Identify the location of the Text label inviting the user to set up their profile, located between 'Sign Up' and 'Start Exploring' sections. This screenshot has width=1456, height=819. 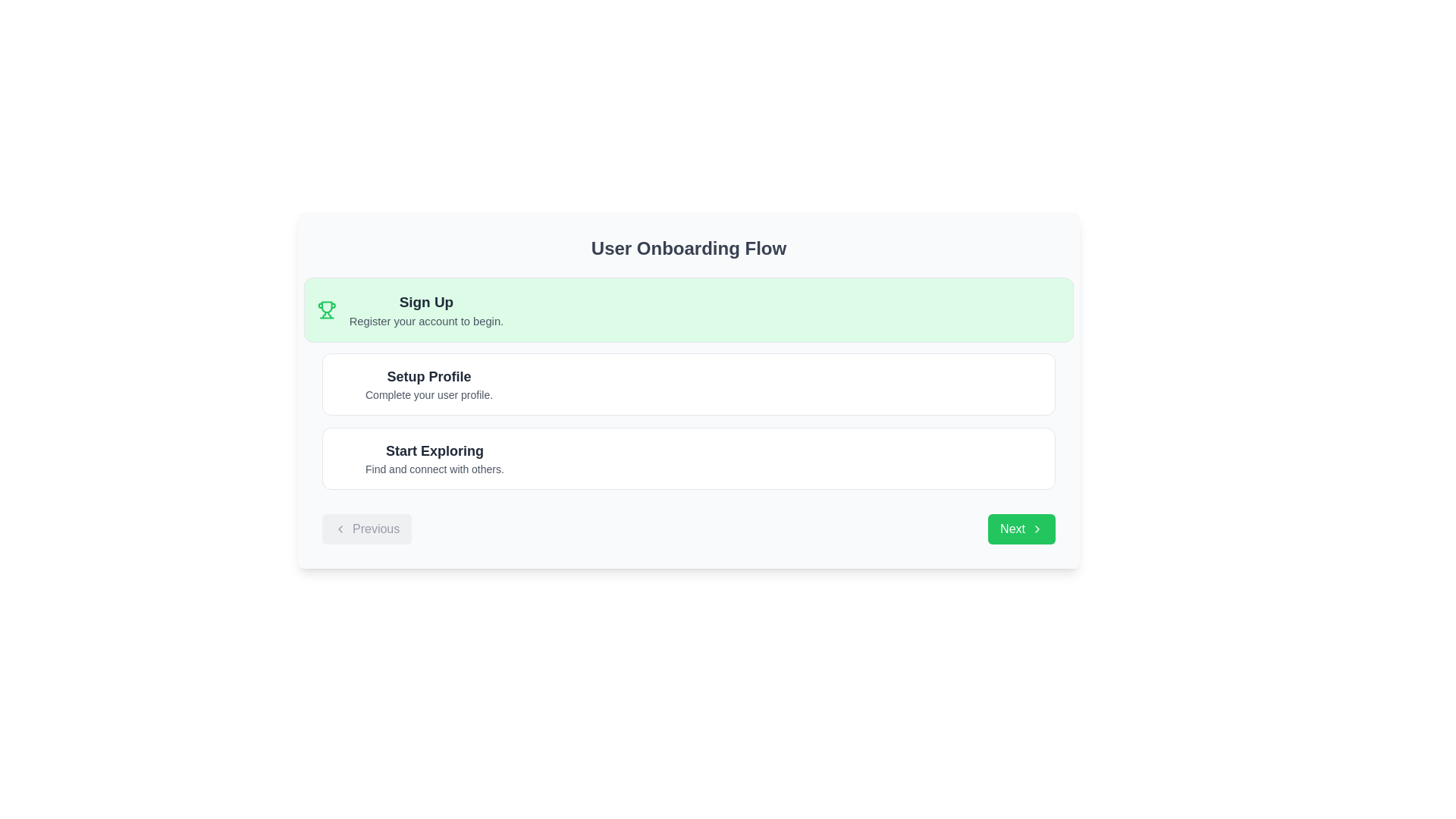
(428, 383).